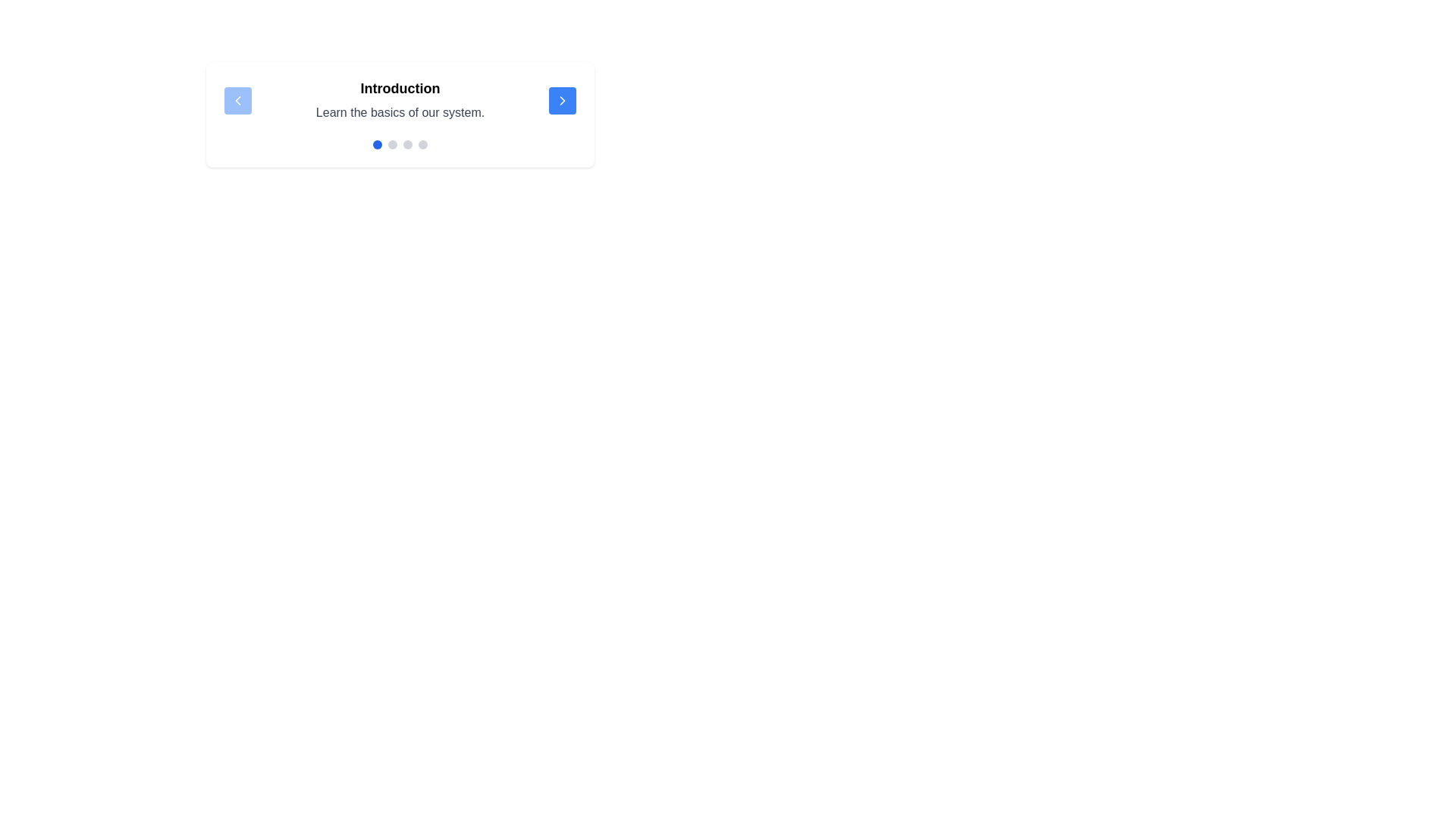 This screenshot has width=1456, height=819. What do you see at coordinates (400, 111) in the screenshot?
I see `informative text displayed in the Text Label located below the 'Introduction' header` at bounding box center [400, 111].